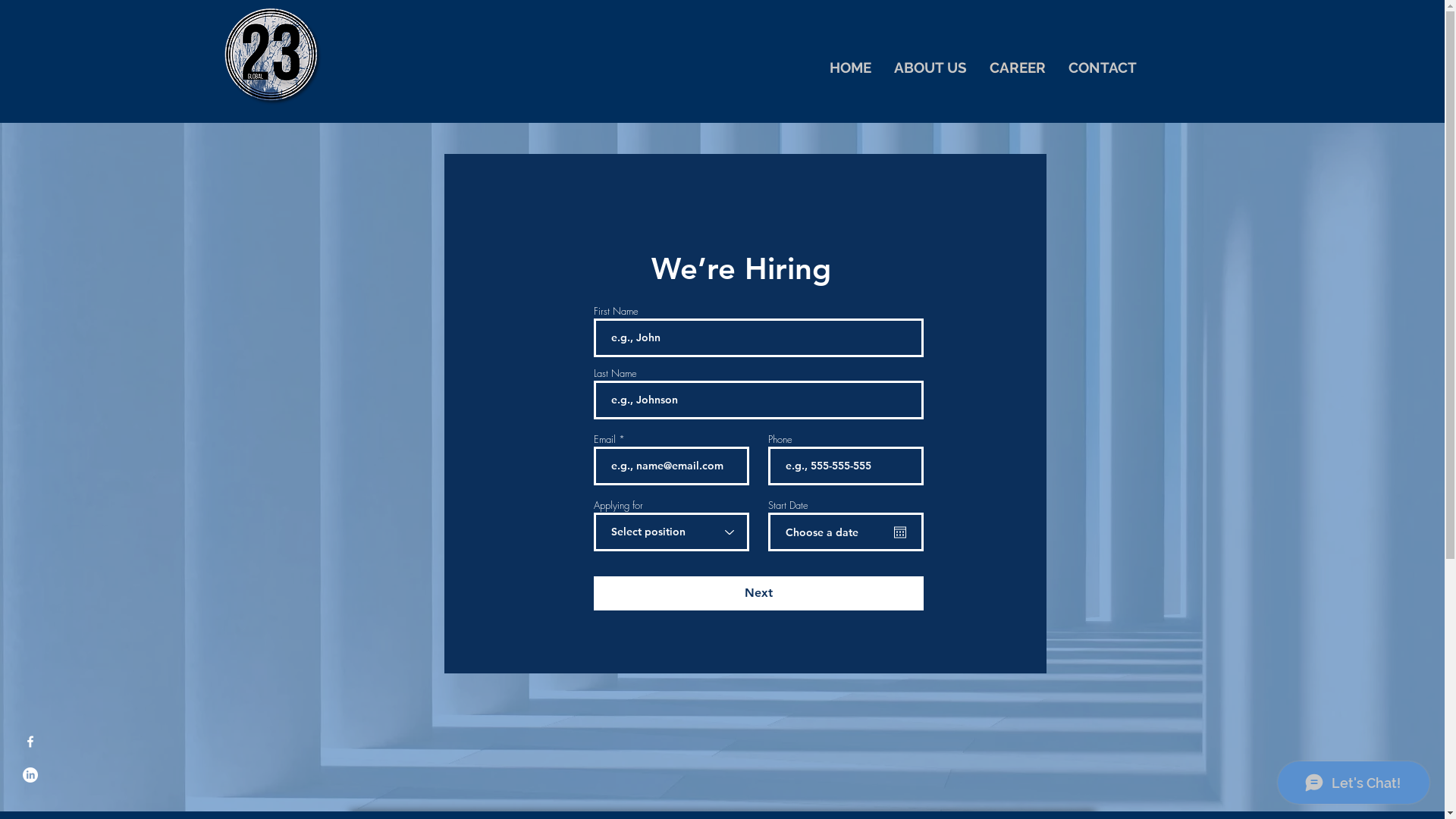 The width and height of the screenshot is (1456, 819). I want to click on 'ABOUT US', so click(930, 66).